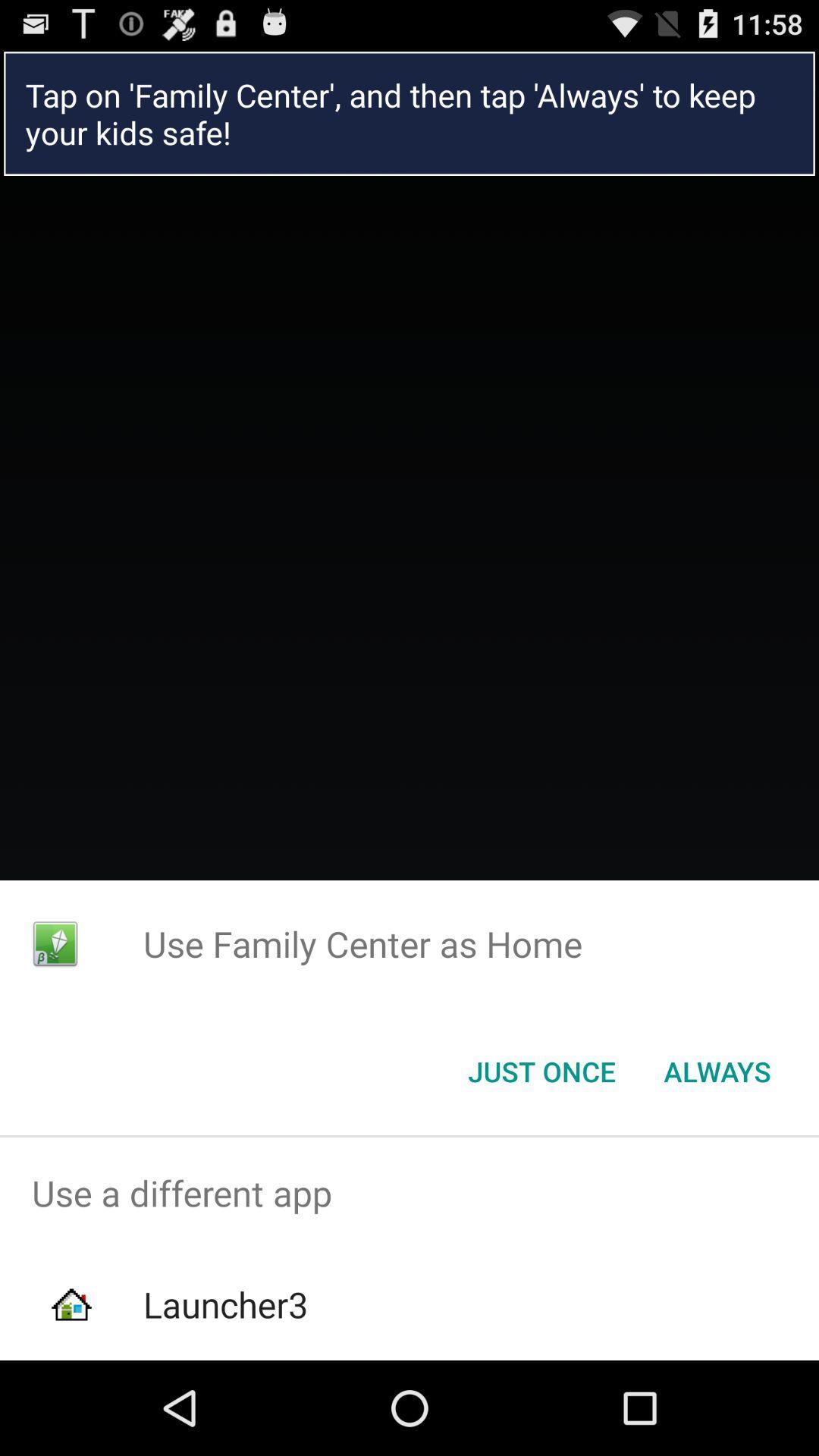  I want to click on just once, so click(541, 1070).